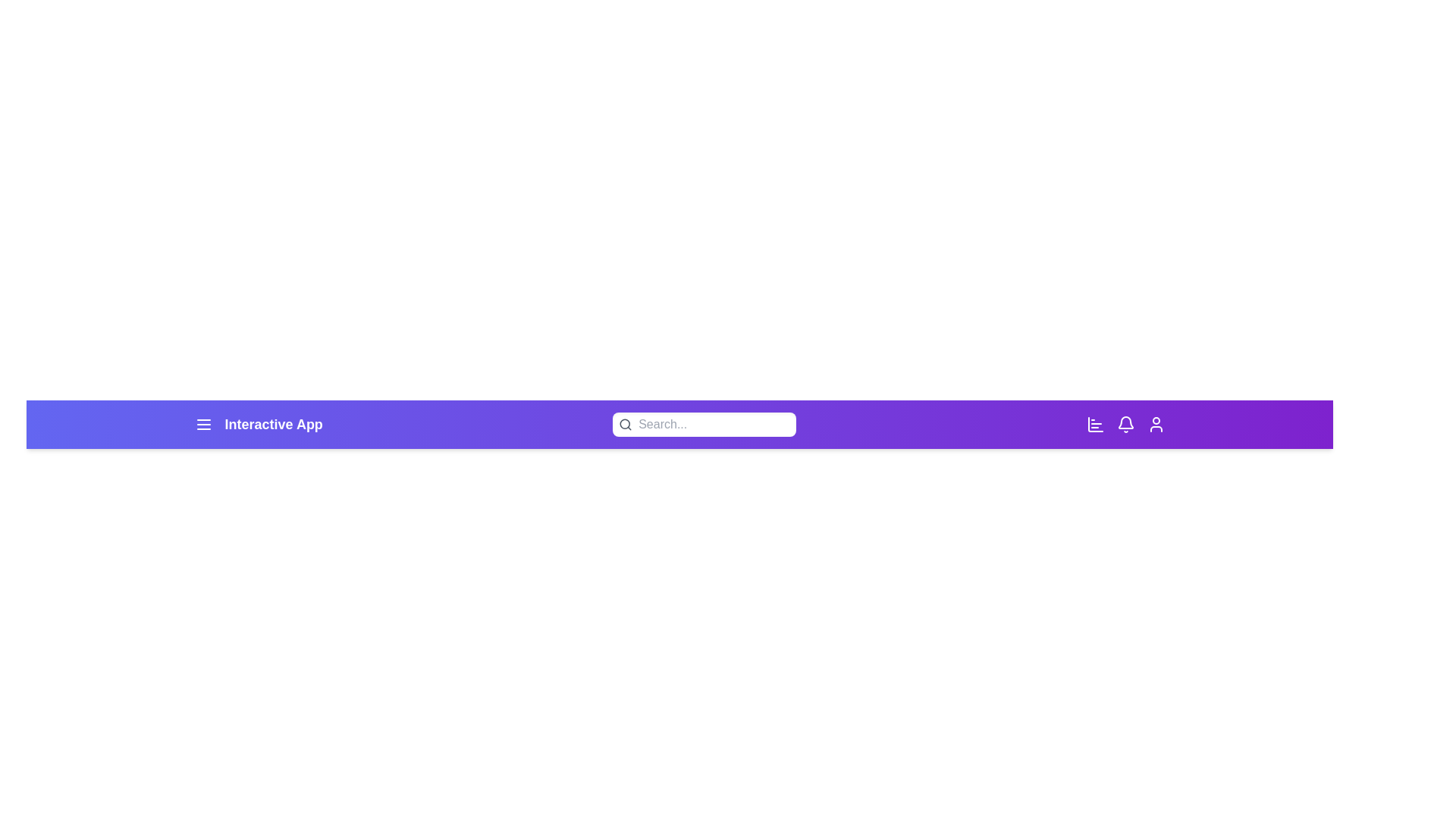 The image size is (1456, 819). Describe the element at coordinates (1155, 424) in the screenshot. I see `the user icon located on the right side of the app bar` at that location.